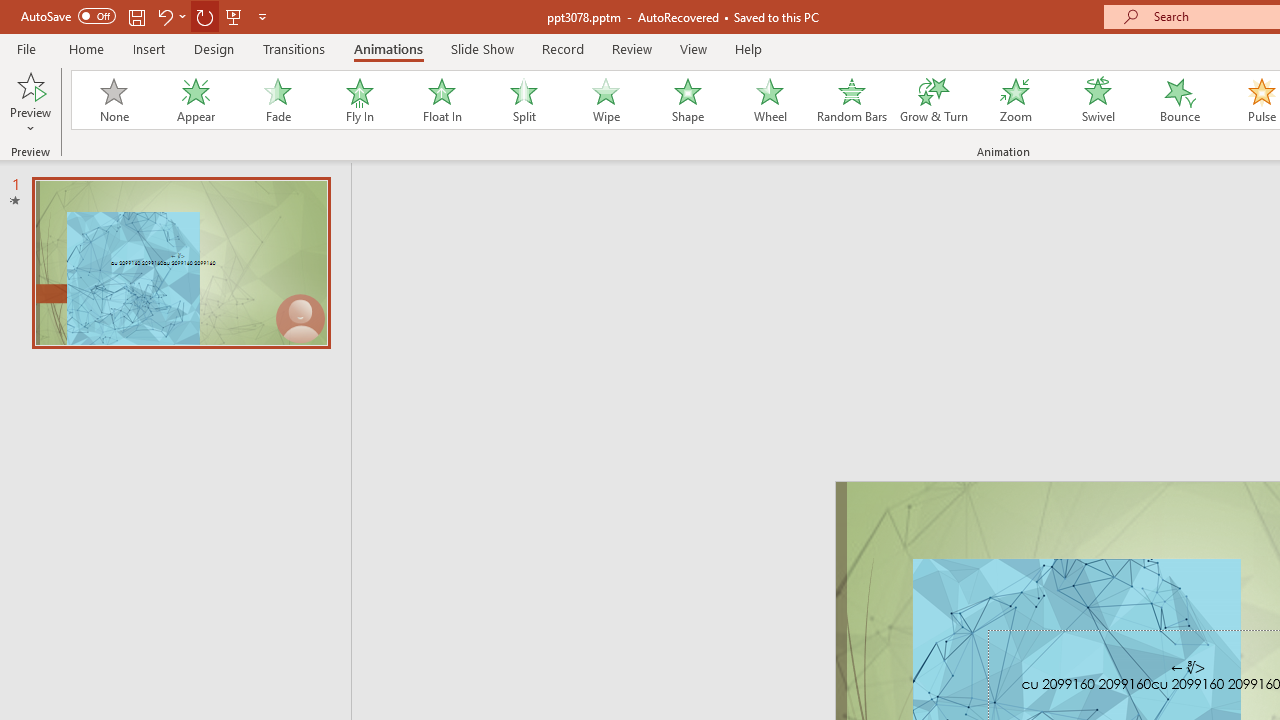 The width and height of the screenshot is (1280, 720). Describe the element at coordinates (440, 100) in the screenshot. I see `'Float In'` at that location.